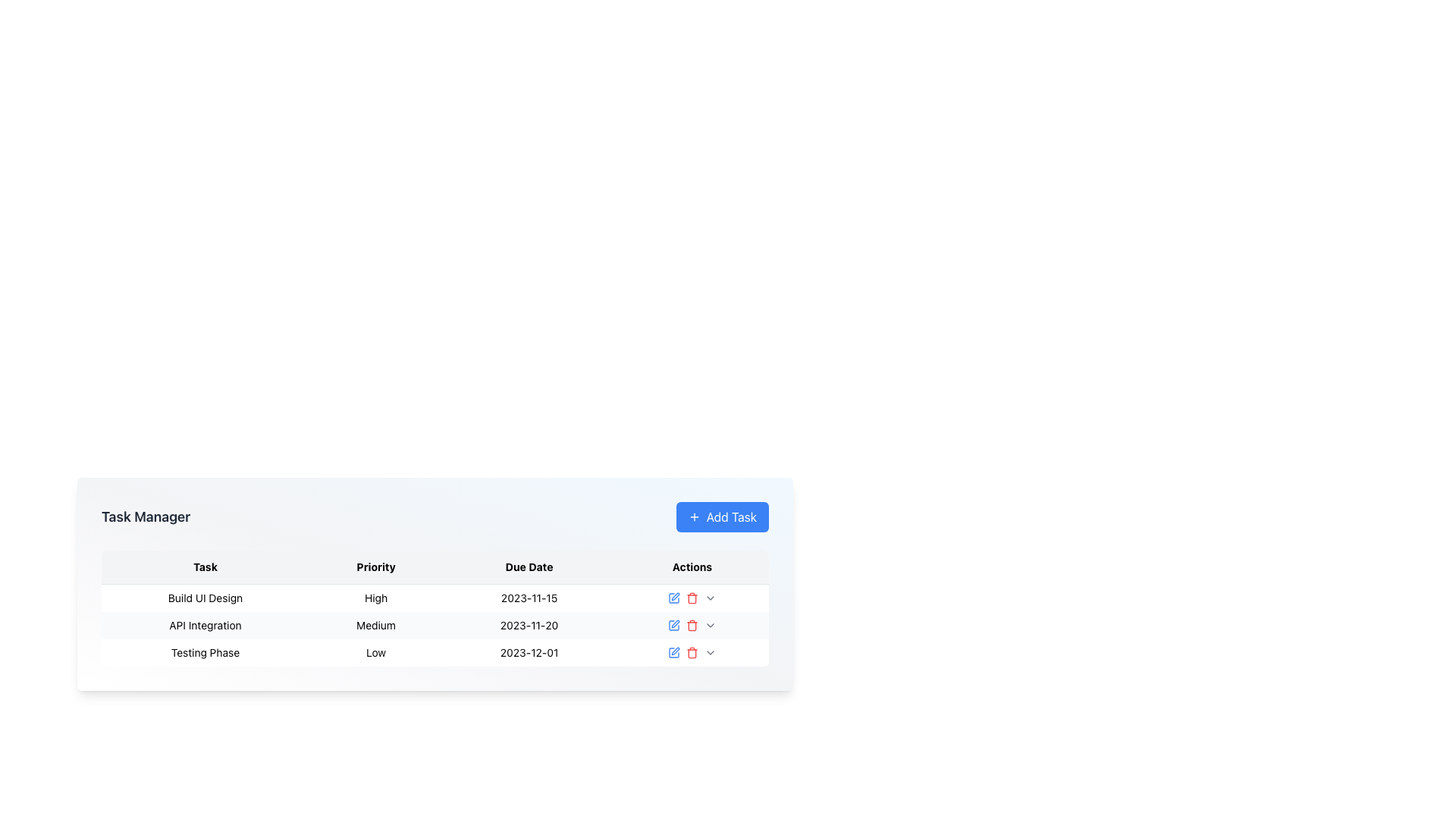 This screenshot has height=819, width=1456. What do you see at coordinates (675, 595) in the screenshot?
I see `the edit icon, which resembles a pen or pencil, located in the 'Actions' column next to the 'Build UI Design' row` at bounding box center [675, 595].